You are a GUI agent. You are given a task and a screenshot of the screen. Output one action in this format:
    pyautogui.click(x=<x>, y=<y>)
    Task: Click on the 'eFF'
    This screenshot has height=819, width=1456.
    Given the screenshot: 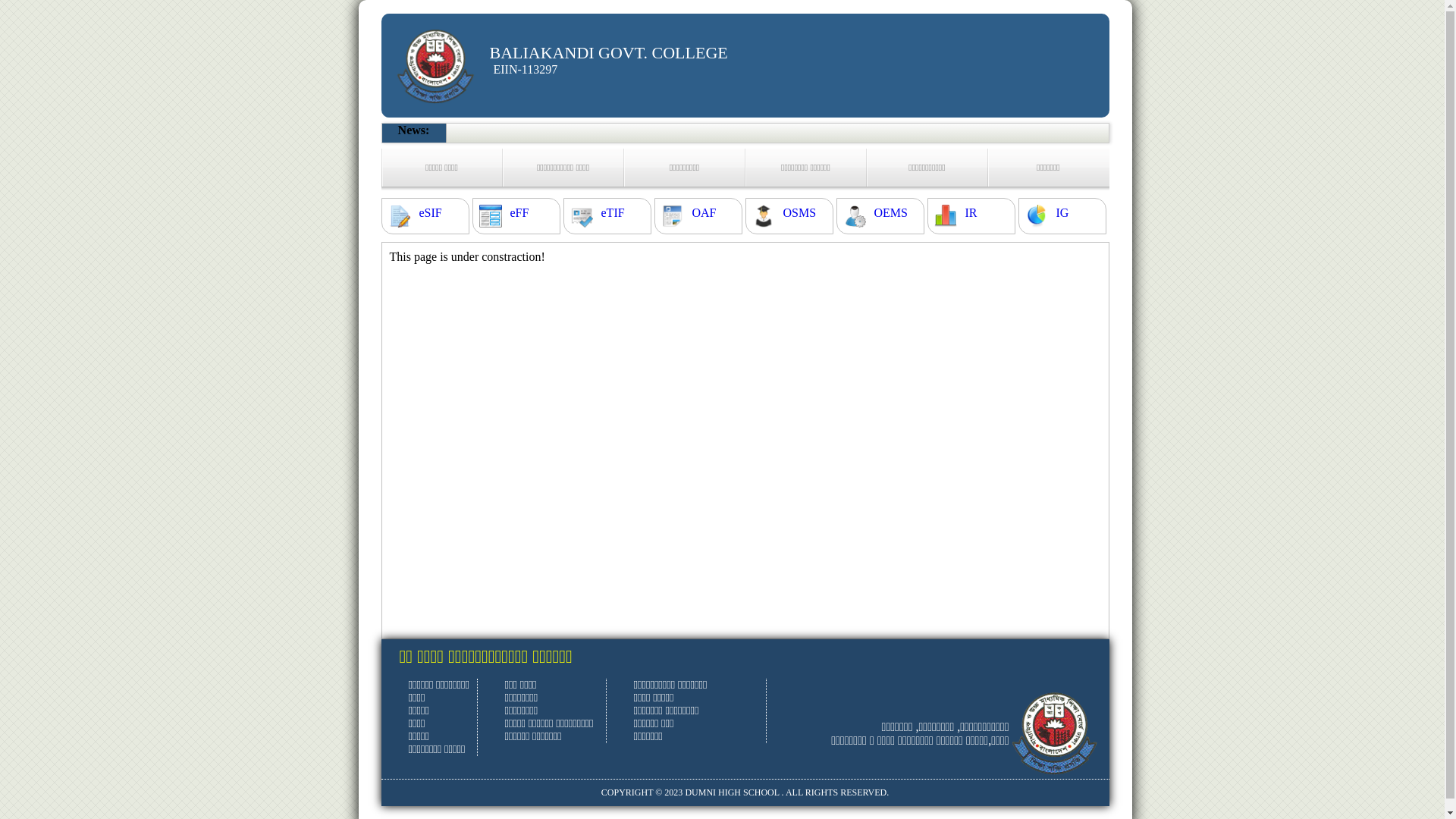 What is the action you would take?
    pyautogui.click(x=519, y=213)
    